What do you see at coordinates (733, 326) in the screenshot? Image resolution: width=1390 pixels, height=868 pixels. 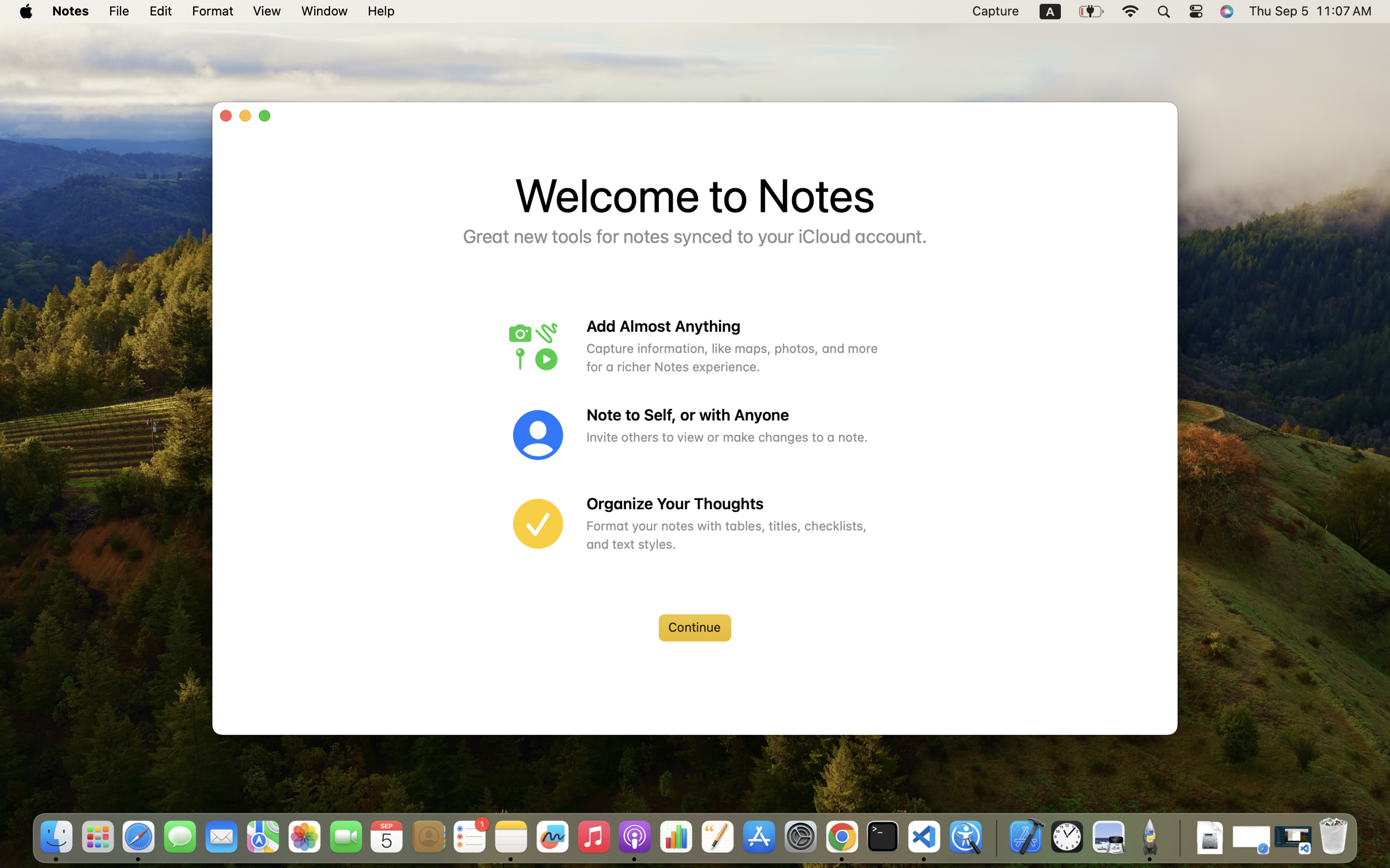 I see `'Add Almost Anything'` at bounding box center [733, 326].